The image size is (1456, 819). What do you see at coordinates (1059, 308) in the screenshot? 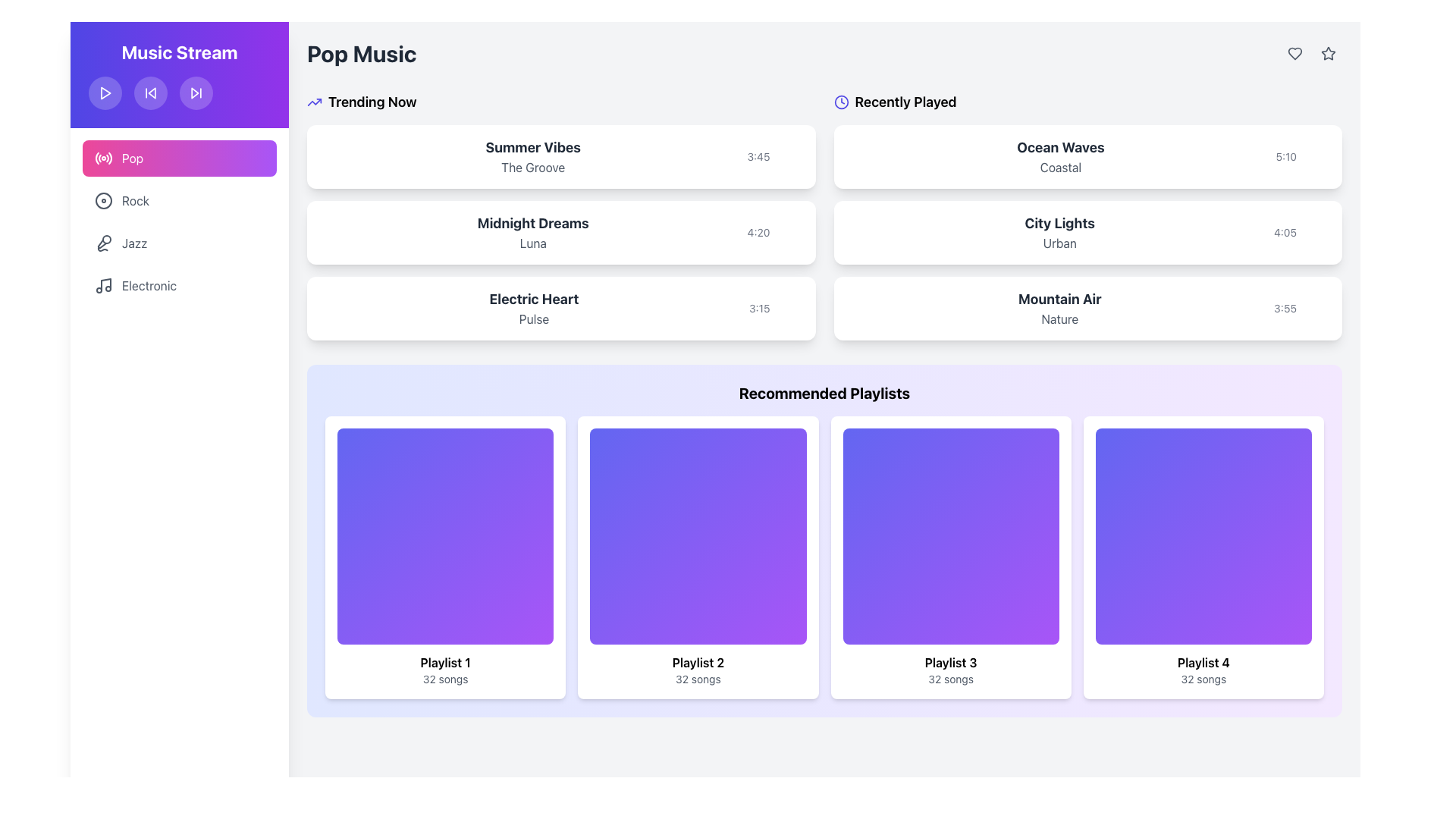
I see `the 'Mountain Air' text element in the 'Recently Played' section` at bounding box center [1059, 308].